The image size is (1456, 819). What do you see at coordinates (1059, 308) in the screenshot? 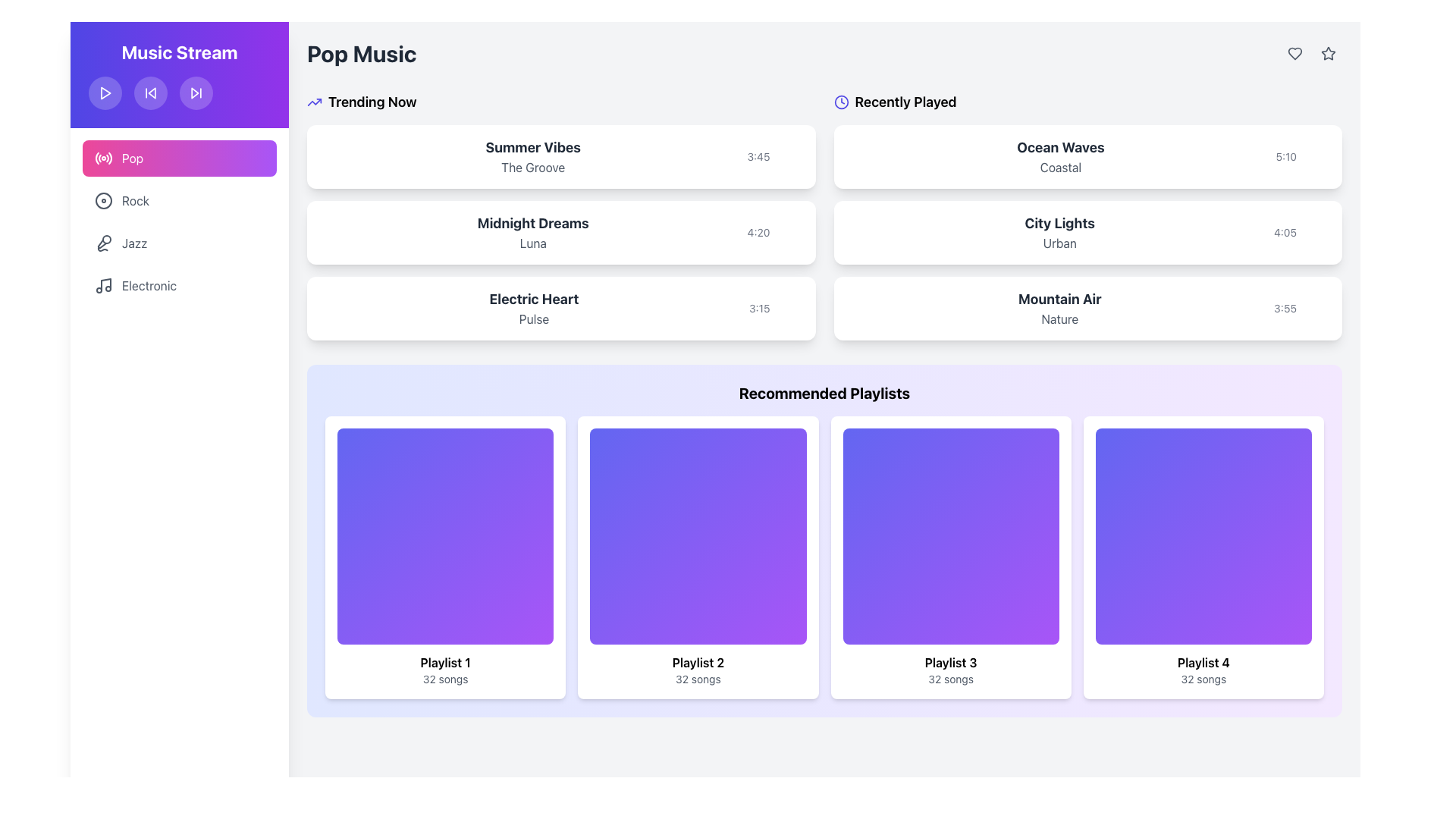
I see `the 'Mountain Air' text element in the 'Recently Played' section` at bounding box center [1059, 308].